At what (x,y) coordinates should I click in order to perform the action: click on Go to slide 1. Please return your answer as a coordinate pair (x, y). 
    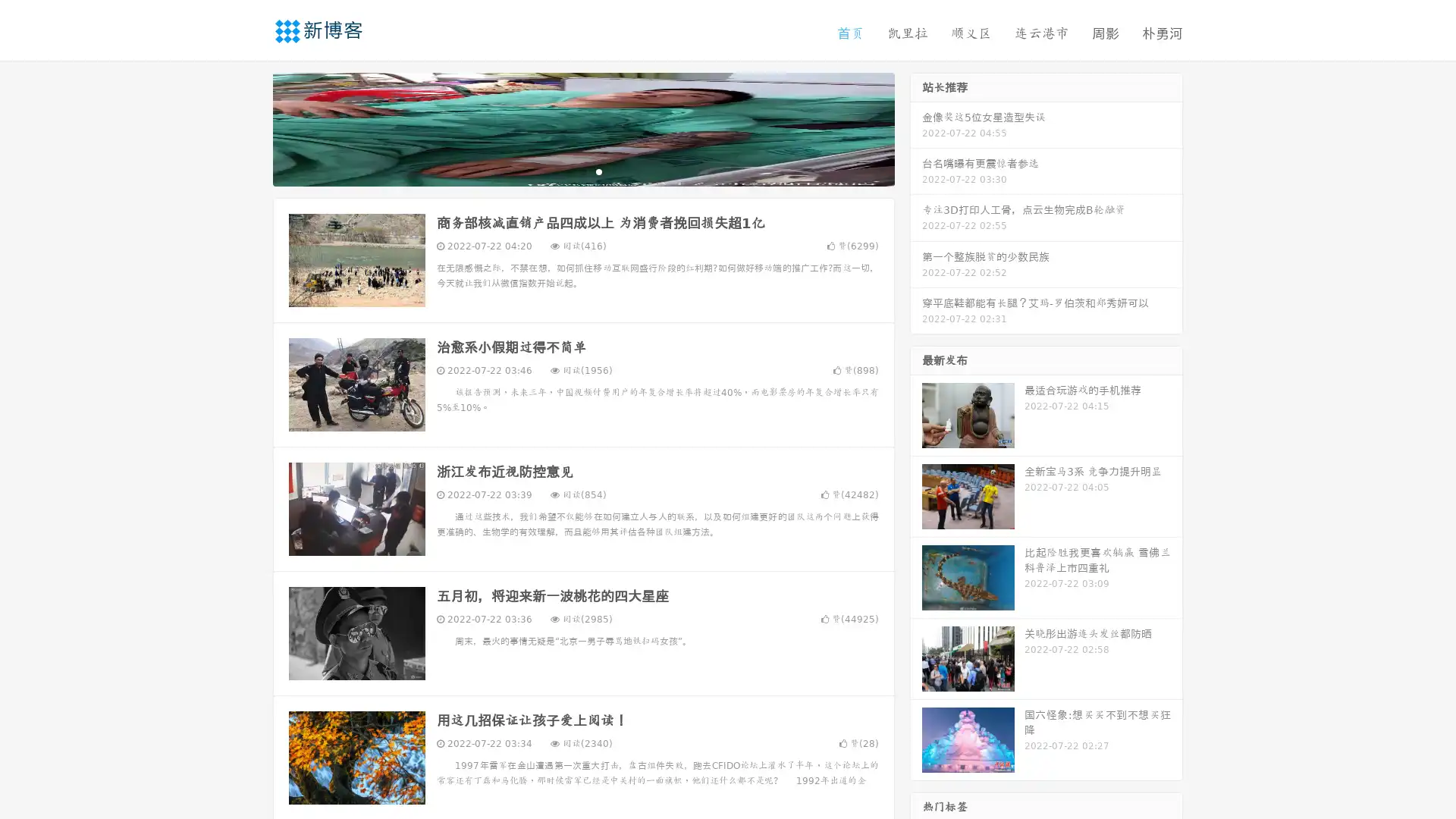
    Looking at the image, I should click on (567, 171).